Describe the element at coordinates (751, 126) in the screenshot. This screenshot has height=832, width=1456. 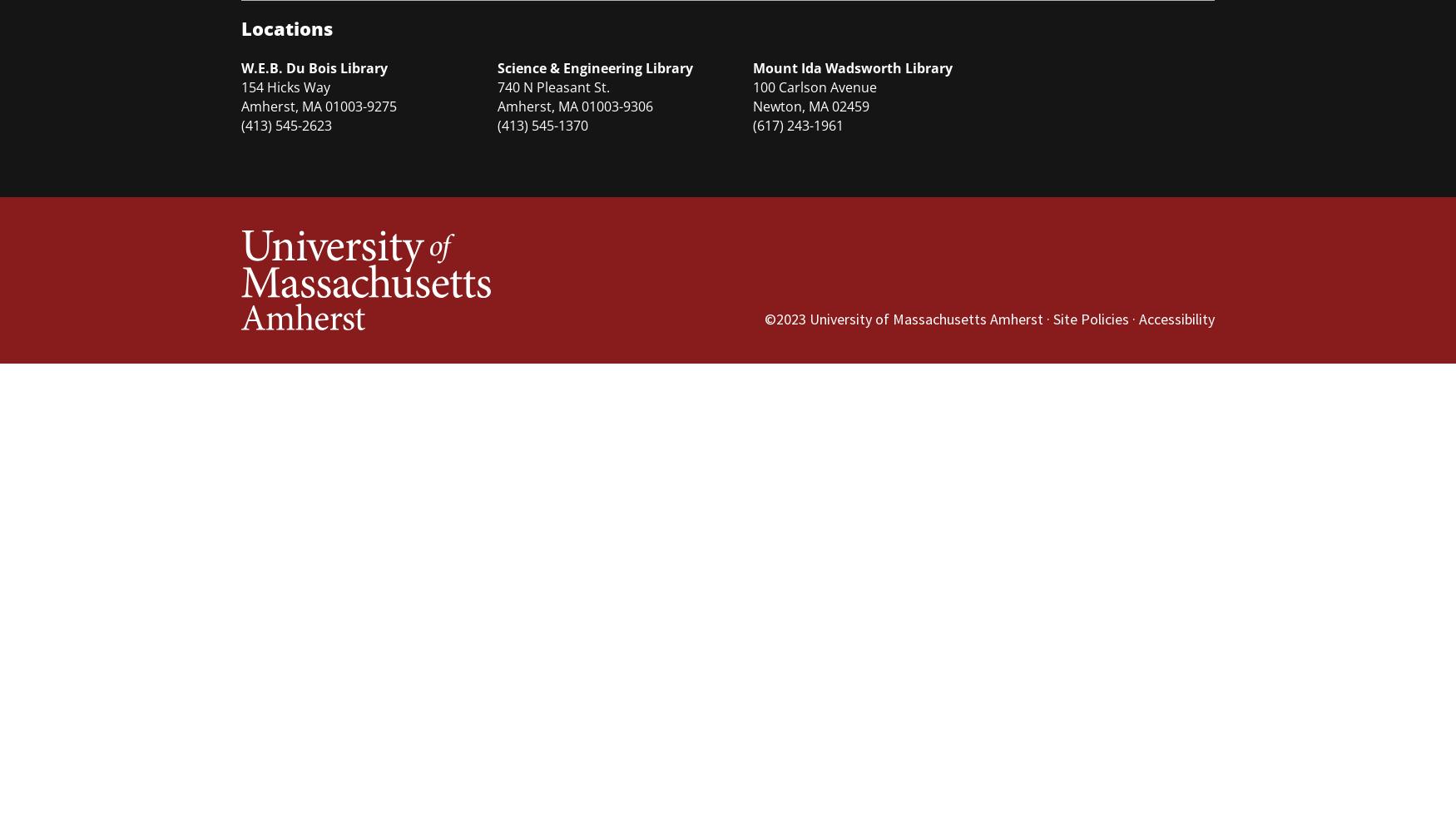
I see `'(617) 243-1961'` at that location.